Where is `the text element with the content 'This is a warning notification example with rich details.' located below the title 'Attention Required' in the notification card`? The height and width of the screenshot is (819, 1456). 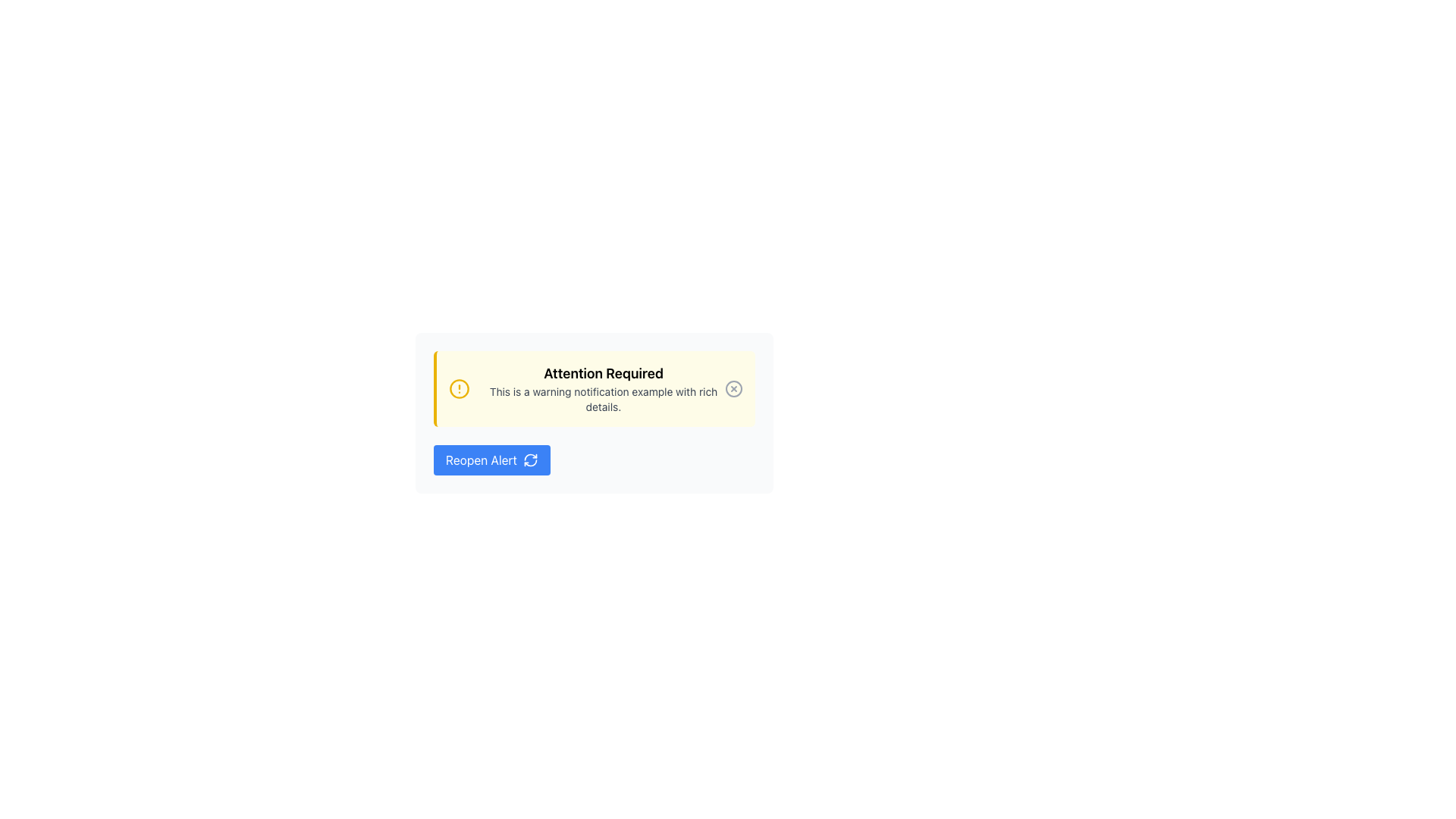 the text element with the content 'This is a warning notification example with rich details.' located below the title 'Attention Required' in the notification card is located at coordinates (603, 399).